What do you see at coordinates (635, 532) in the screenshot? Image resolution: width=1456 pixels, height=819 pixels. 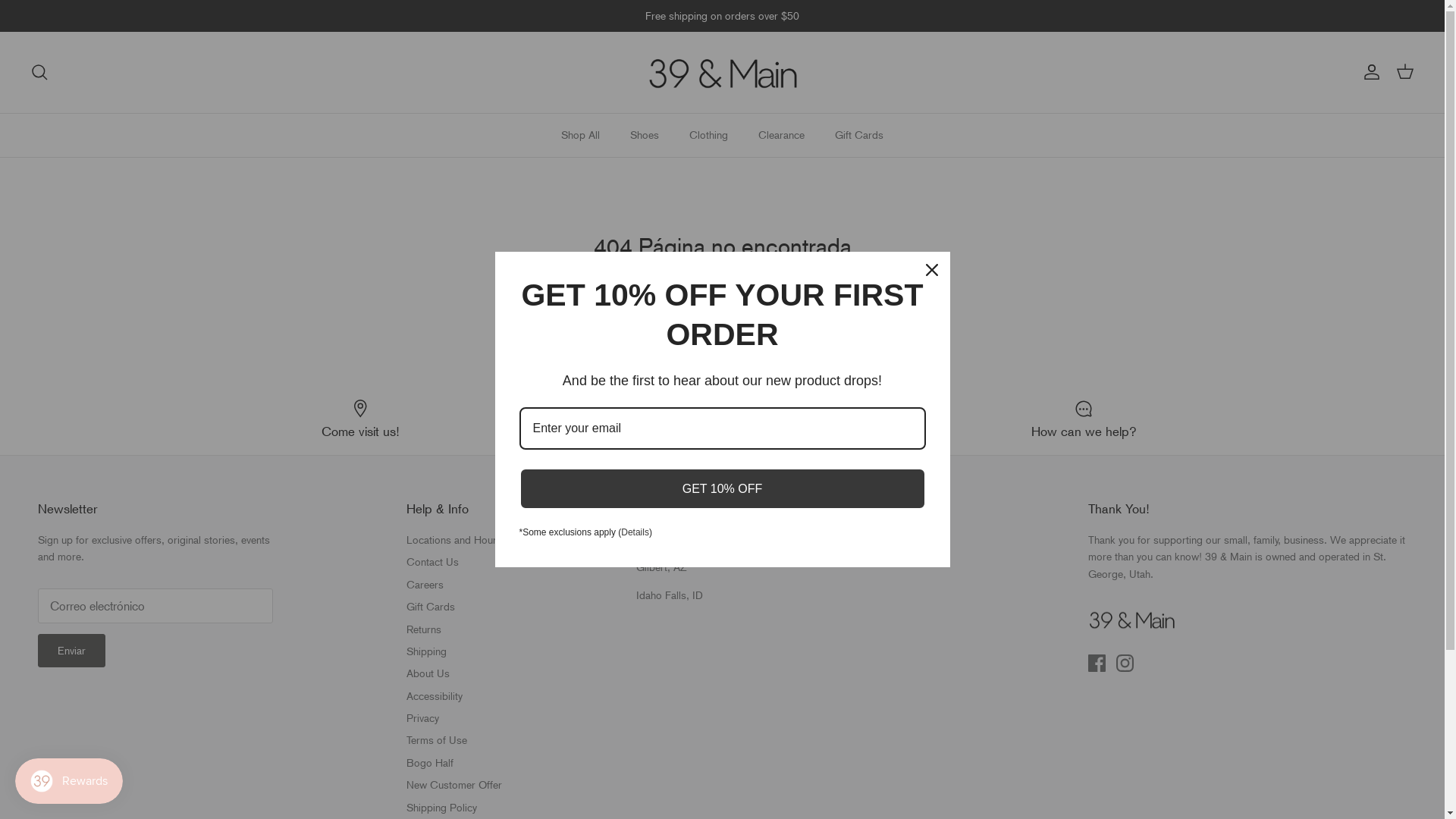 I see `'Details'` at bounding box center [635, 532].